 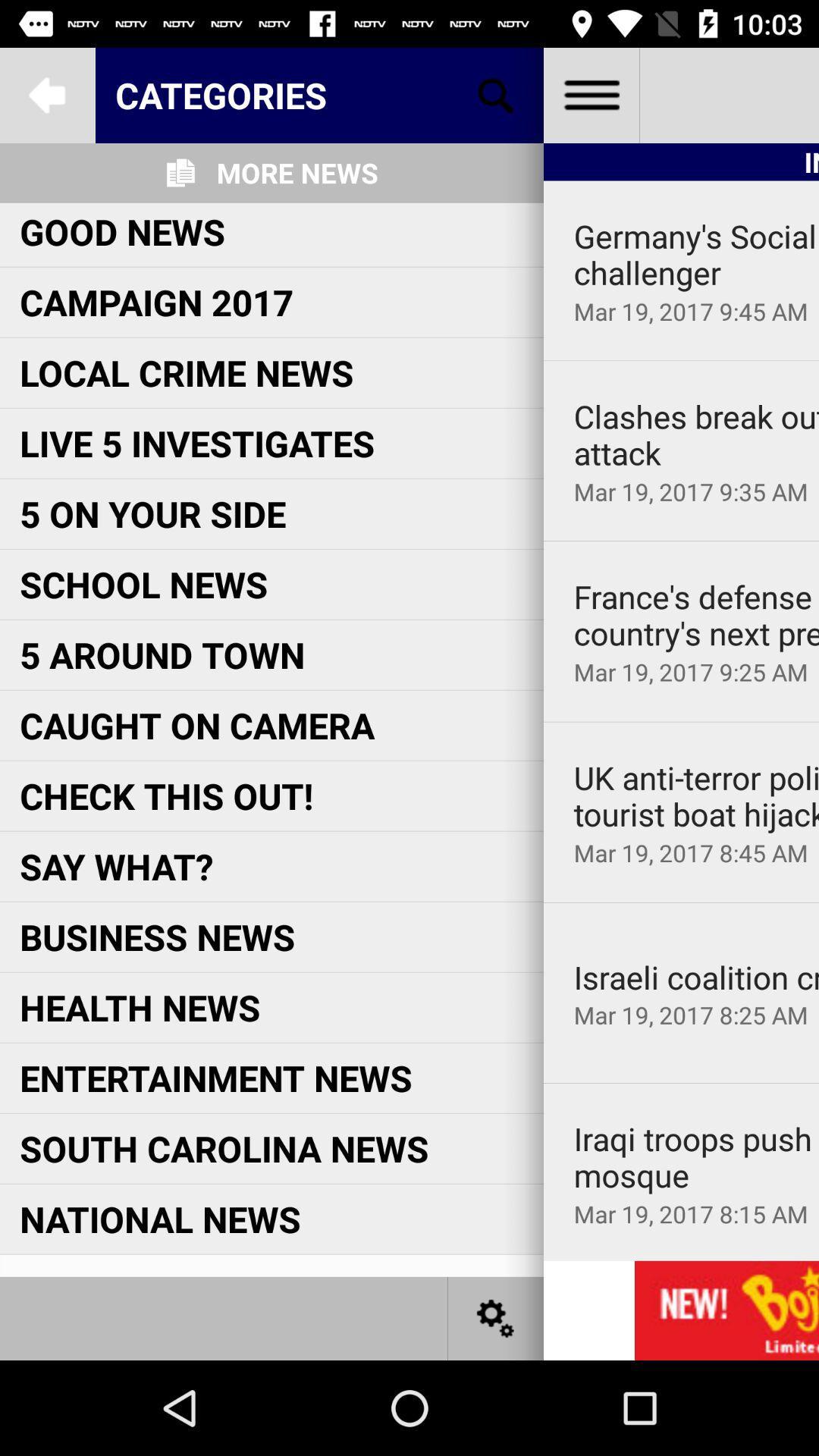 I want to click on the menu icon, so click(x=590, y=94).